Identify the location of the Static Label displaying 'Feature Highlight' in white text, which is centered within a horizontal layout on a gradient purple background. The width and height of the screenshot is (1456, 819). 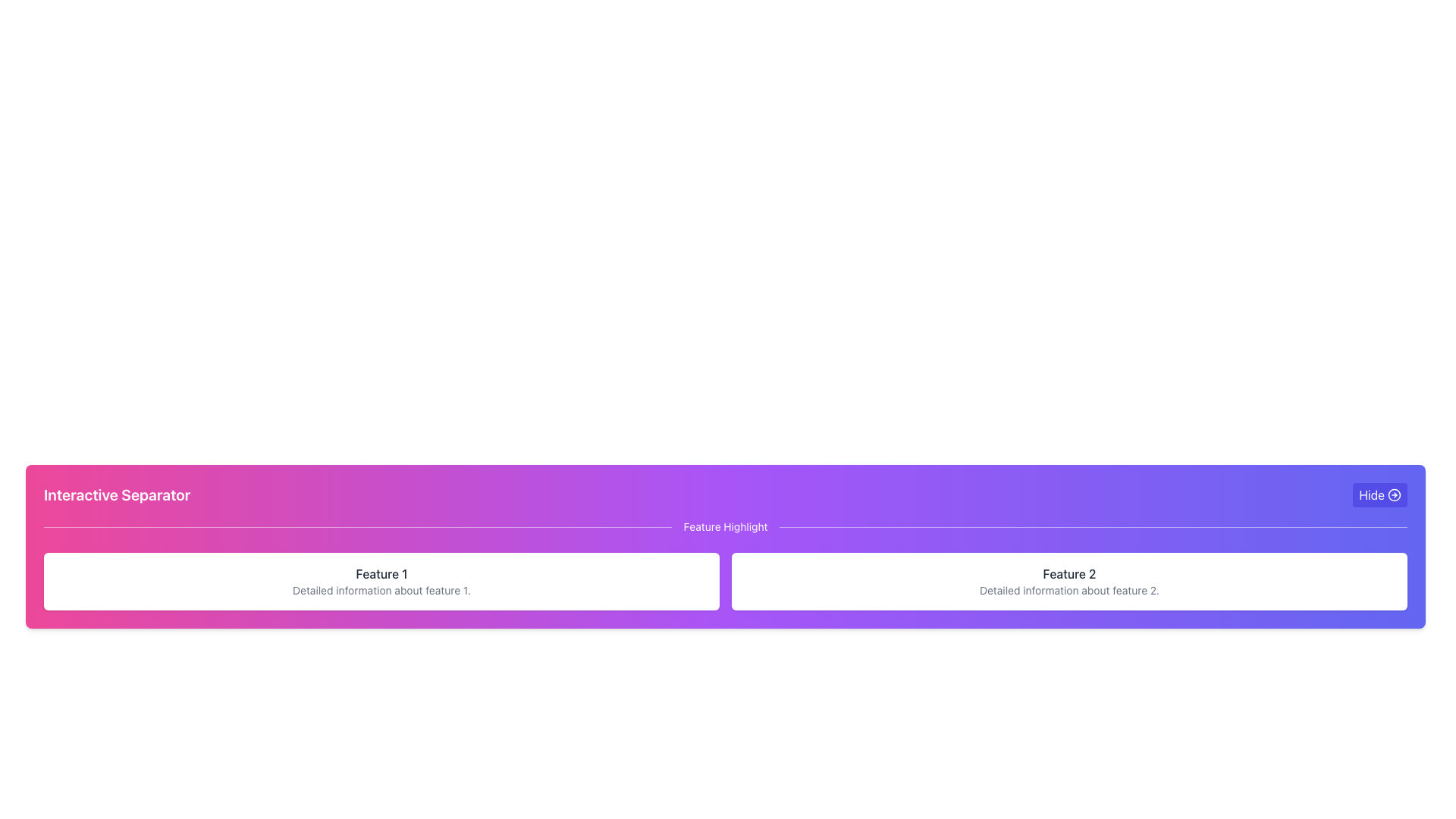
(724, 526).